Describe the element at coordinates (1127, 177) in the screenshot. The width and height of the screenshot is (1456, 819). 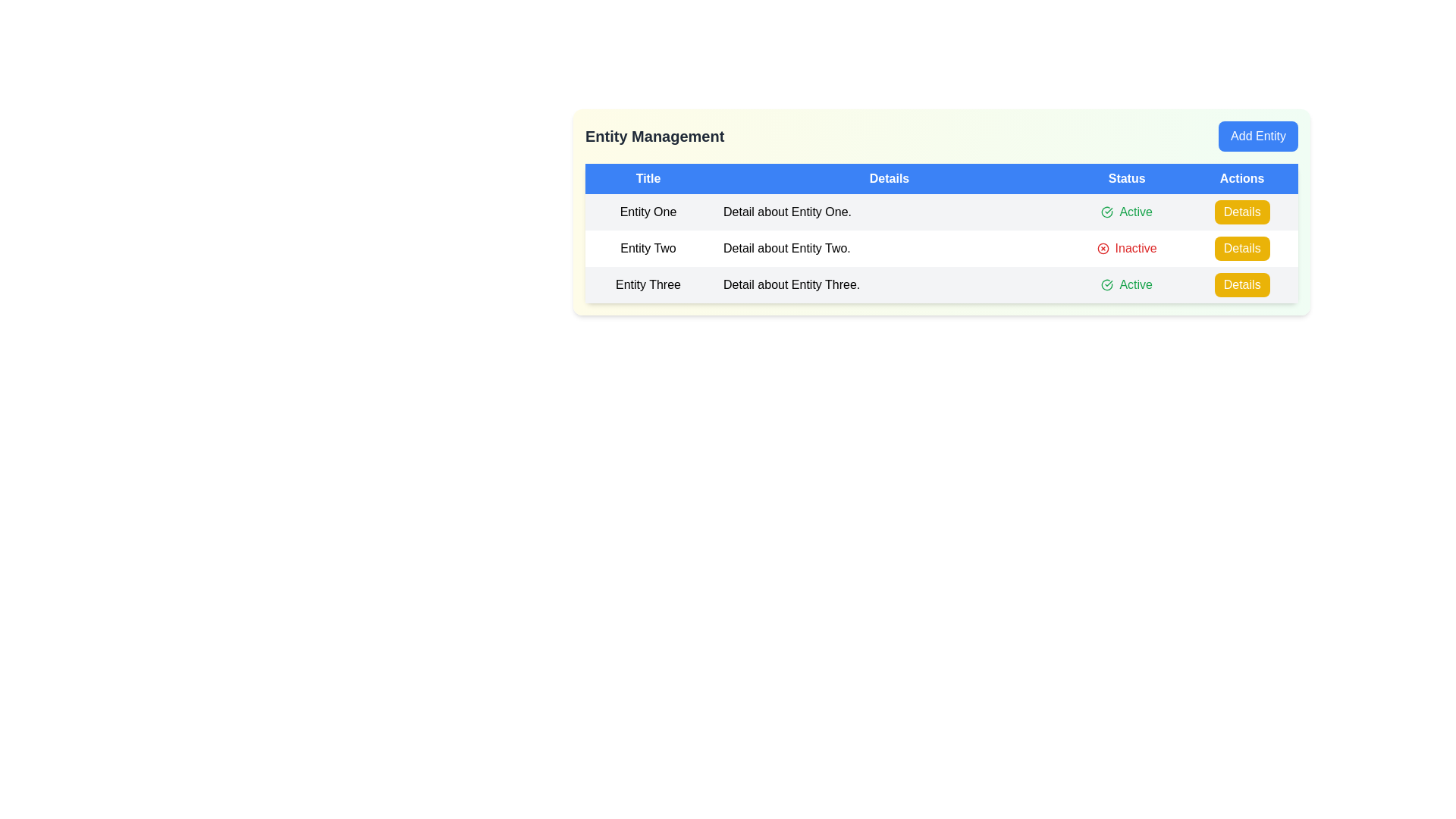
I see `the third header cell in the table that indicates status-related information for the entries, located between the 'Details' and 'Actions' cells` at that location.